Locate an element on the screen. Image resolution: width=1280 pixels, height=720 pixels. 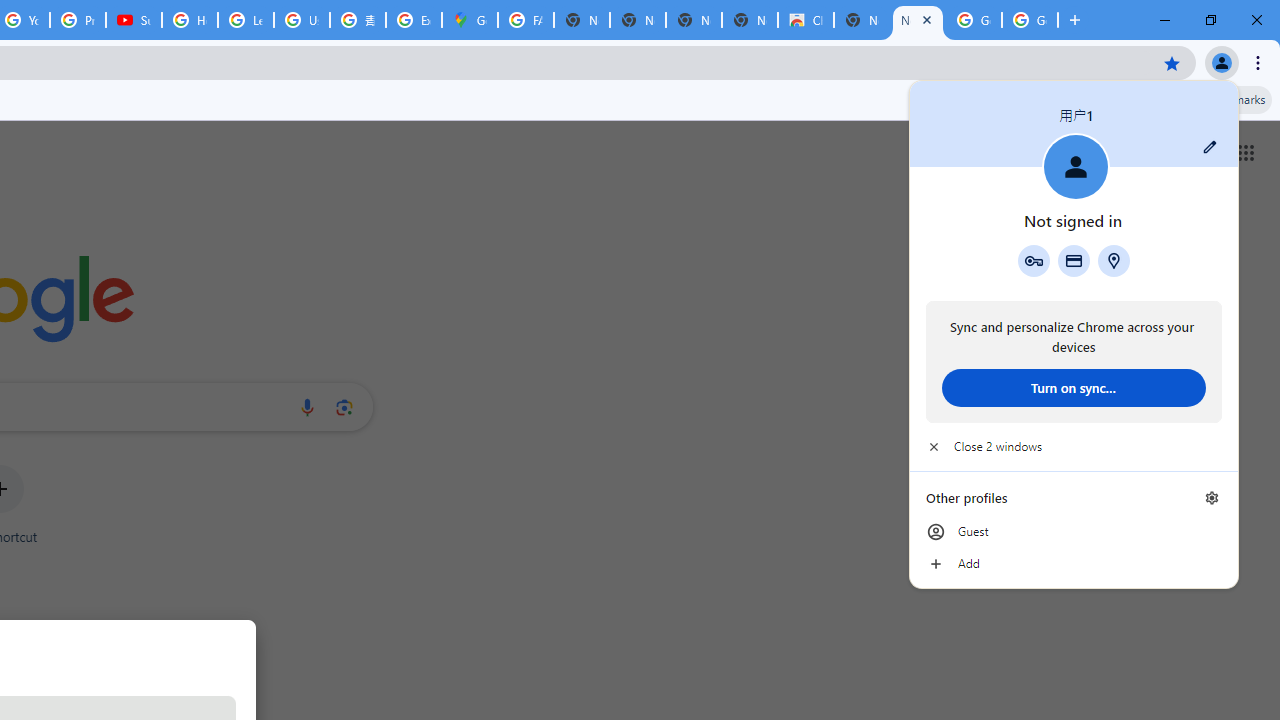
'How Chrome protects your passwords - Google Chrome Help' is located at coordinates (190, 20).